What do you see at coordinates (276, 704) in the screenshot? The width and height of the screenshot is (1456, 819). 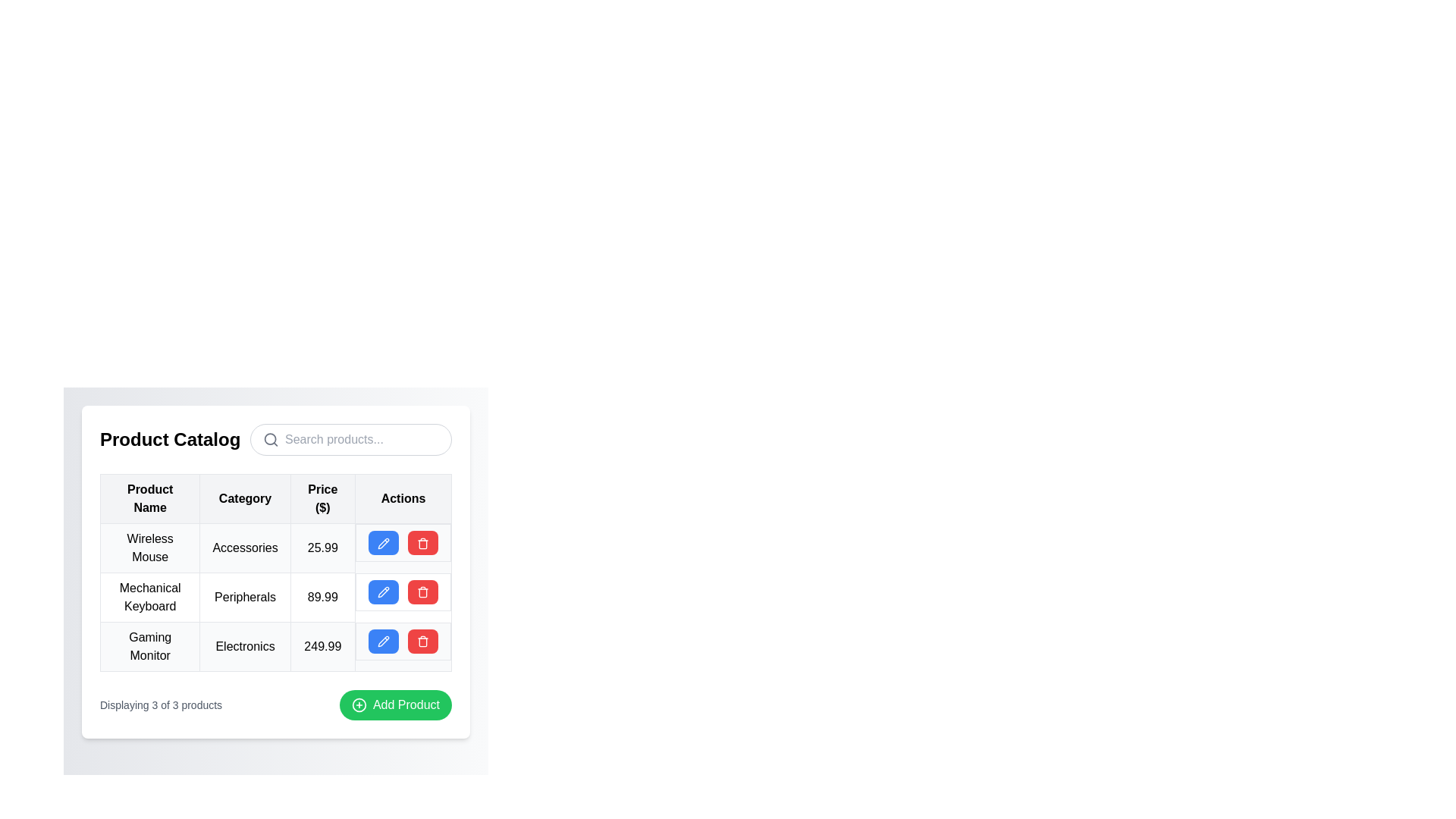 I see `the actionable button located in the informational section below the product listings in the 'Product Catalog' card` at bounding box center [276, 704].